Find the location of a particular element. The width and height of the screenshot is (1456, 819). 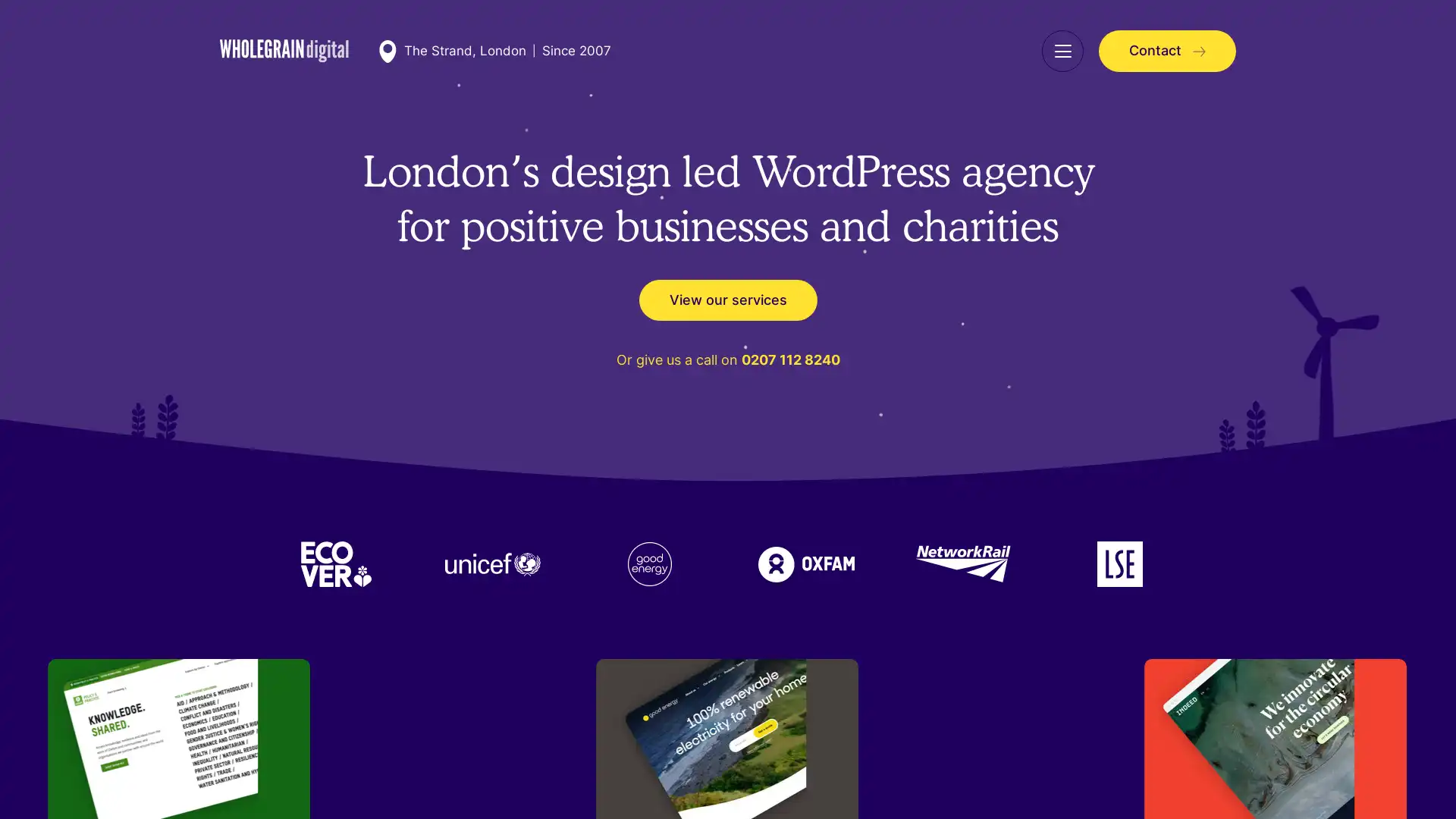

Open menu is located at coordinates (1062, 50).